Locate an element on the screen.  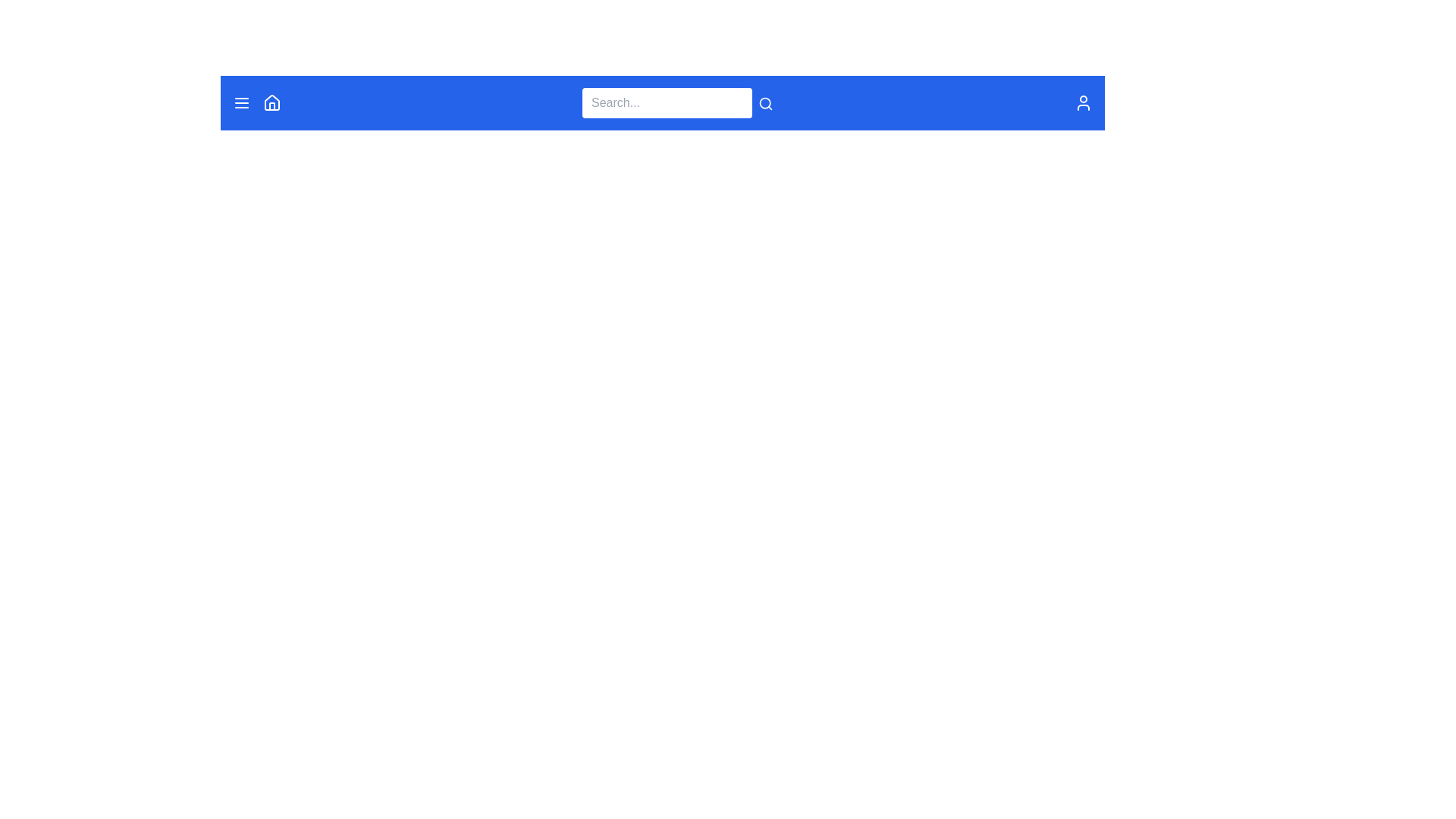
the user functionalities icon located at the top-right corner of the navigation bar is located at coordinates (1083, 102).